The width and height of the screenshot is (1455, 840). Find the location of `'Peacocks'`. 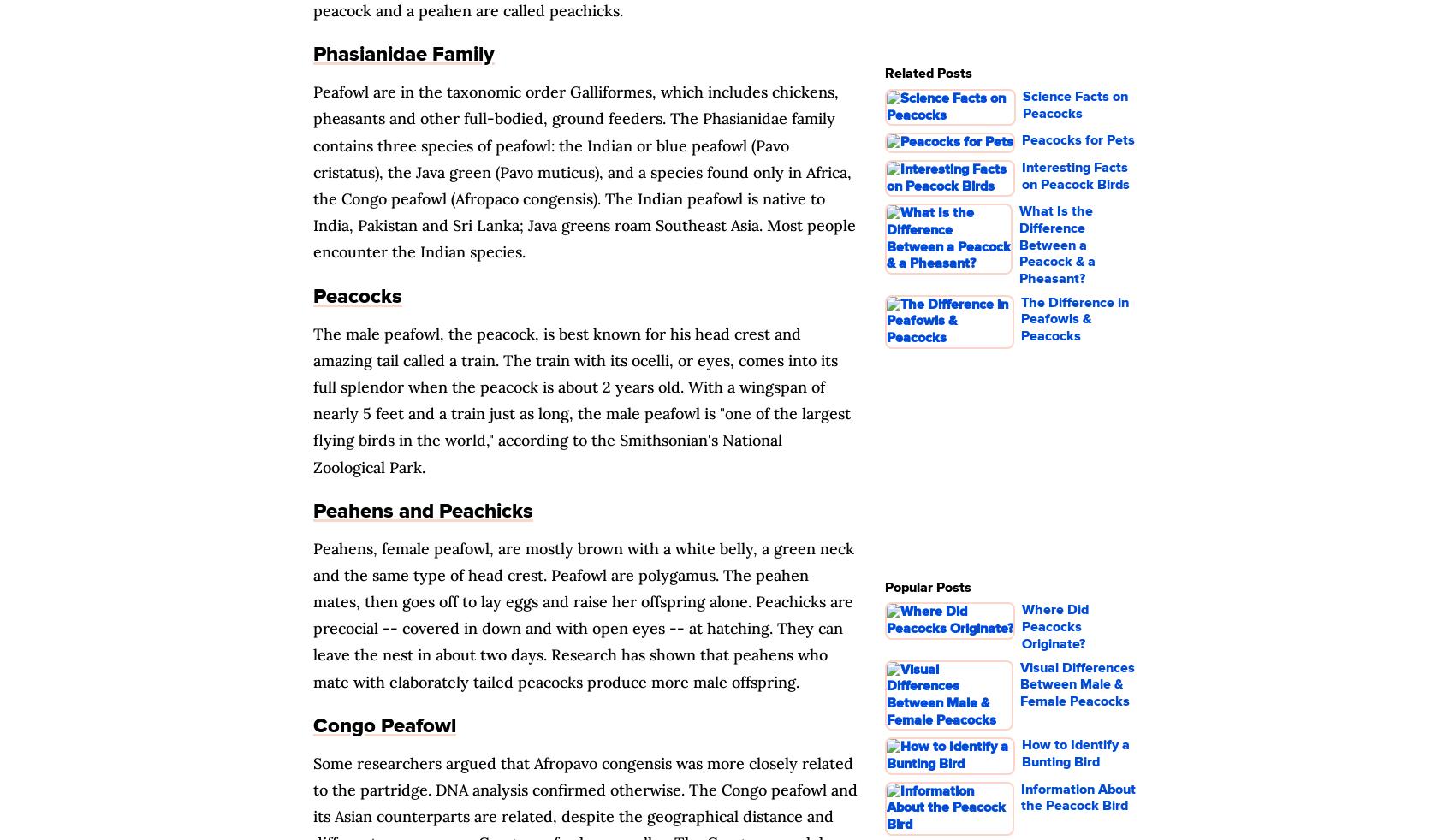

'Peacocks' is located at coordinates (312, 295).